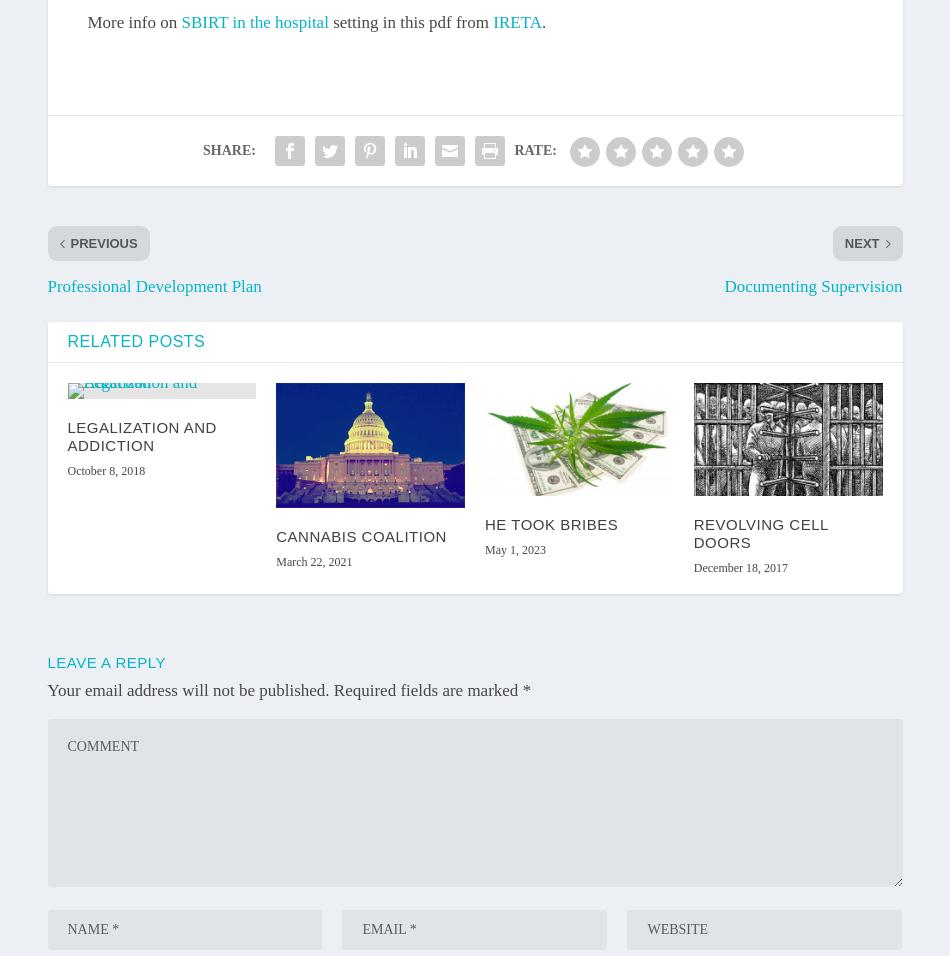 Image resolution: width=950 pixels, height=956 pixels. I want to click on 'SBIRT in the hospital', so click(253, 20).